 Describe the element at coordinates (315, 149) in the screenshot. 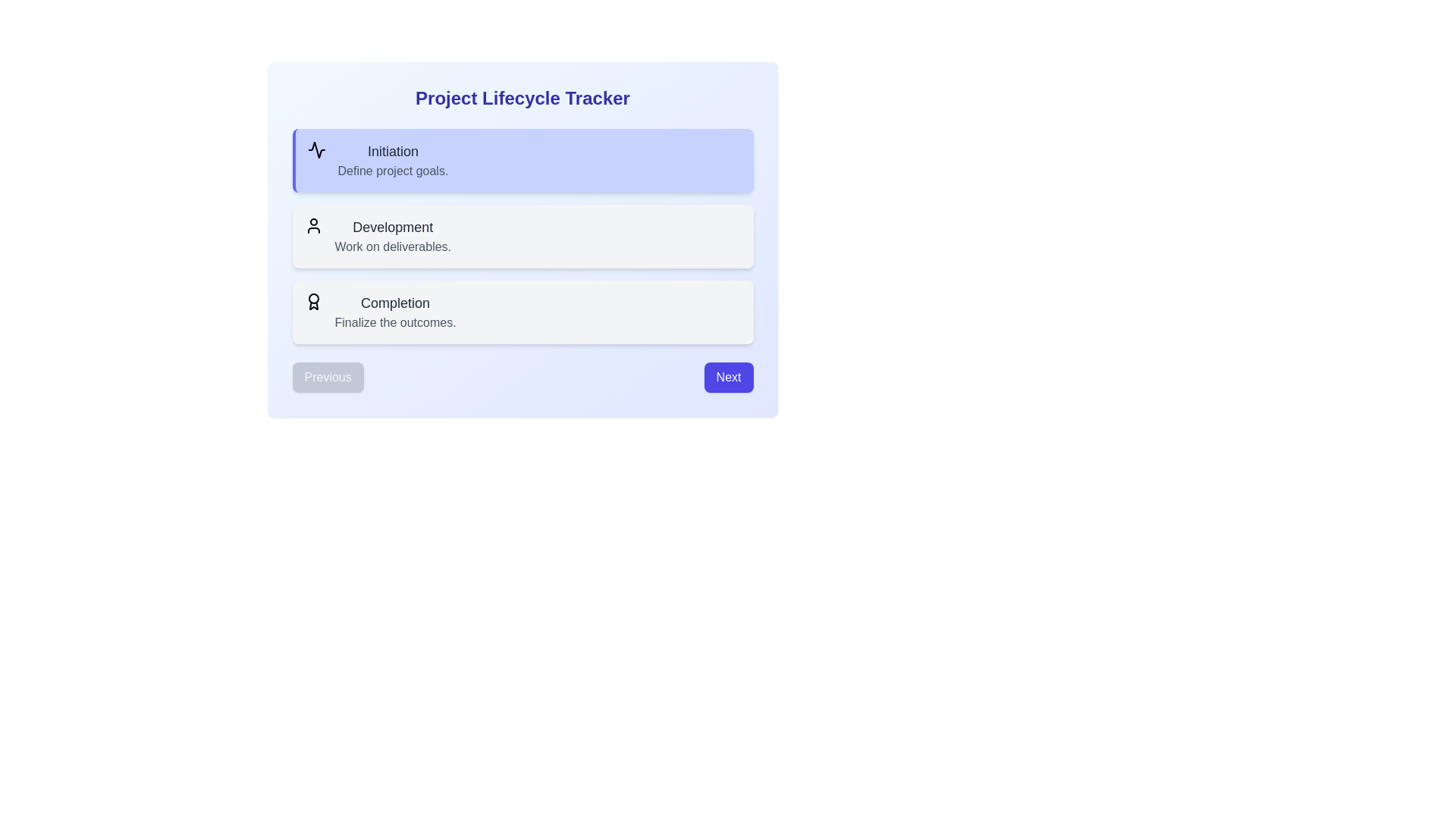

I see `the 'Initiation' icon located at the top-left corner of the first card in the 'Project Lifecycle Tracker', which visually represents the 'Initiation' concept` at that location.